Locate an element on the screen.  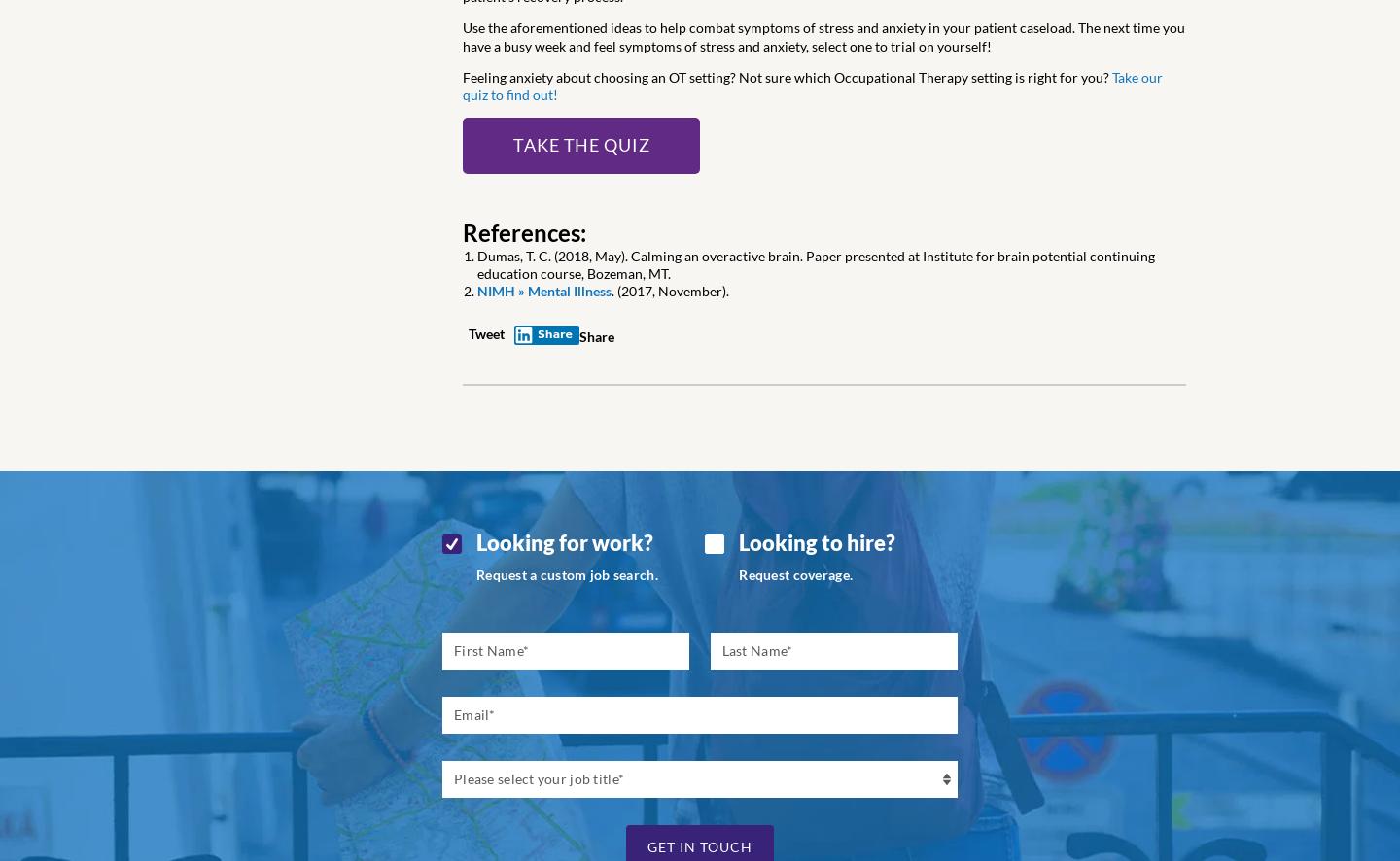
'Tweet' is located at coordinates (485, 332).